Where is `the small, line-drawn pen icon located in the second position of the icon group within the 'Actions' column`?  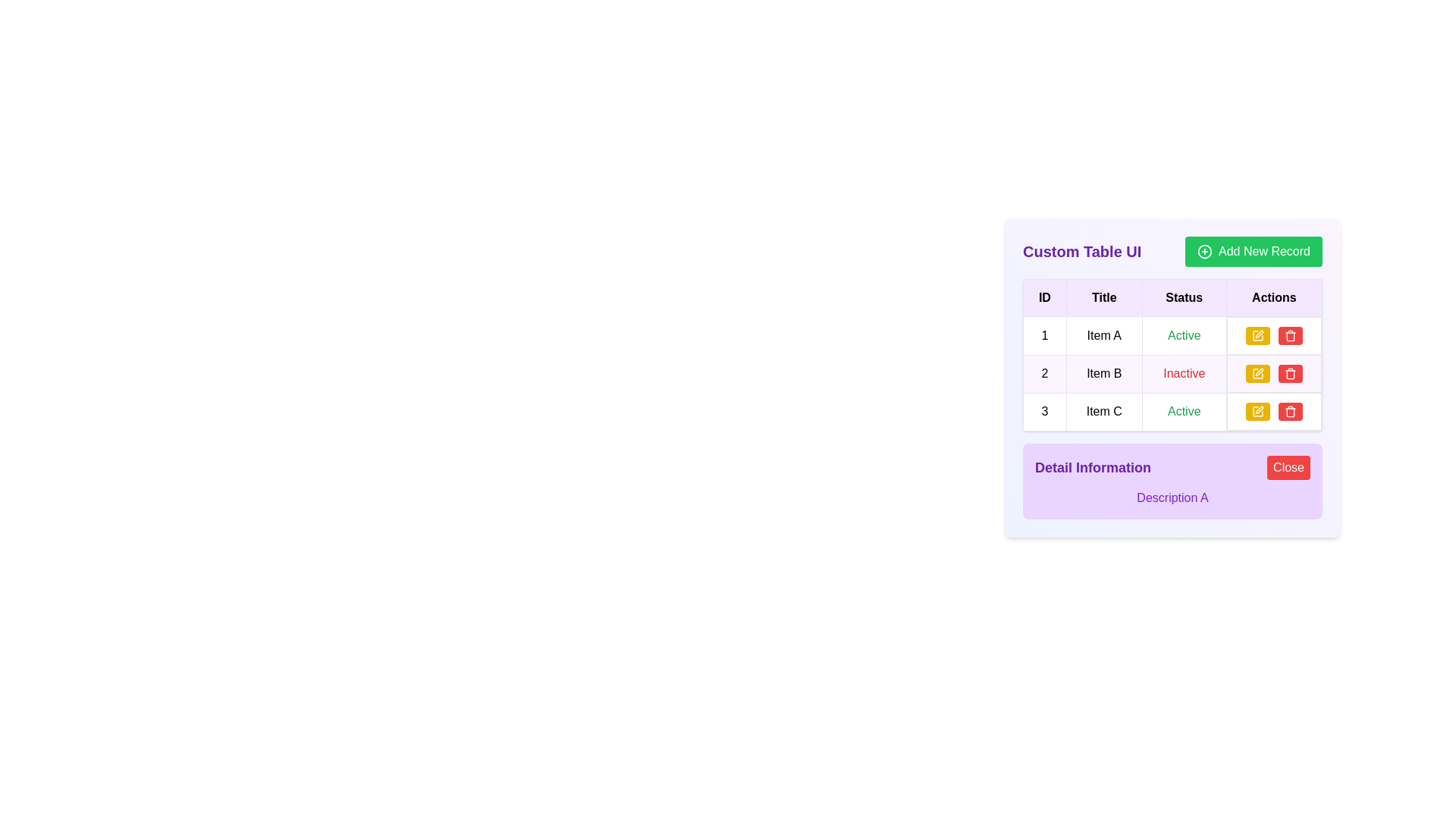
the small, line-drawn pen icon located in the second position of the icon group within the 'Actions' column is located at coordinates (1259, 333).